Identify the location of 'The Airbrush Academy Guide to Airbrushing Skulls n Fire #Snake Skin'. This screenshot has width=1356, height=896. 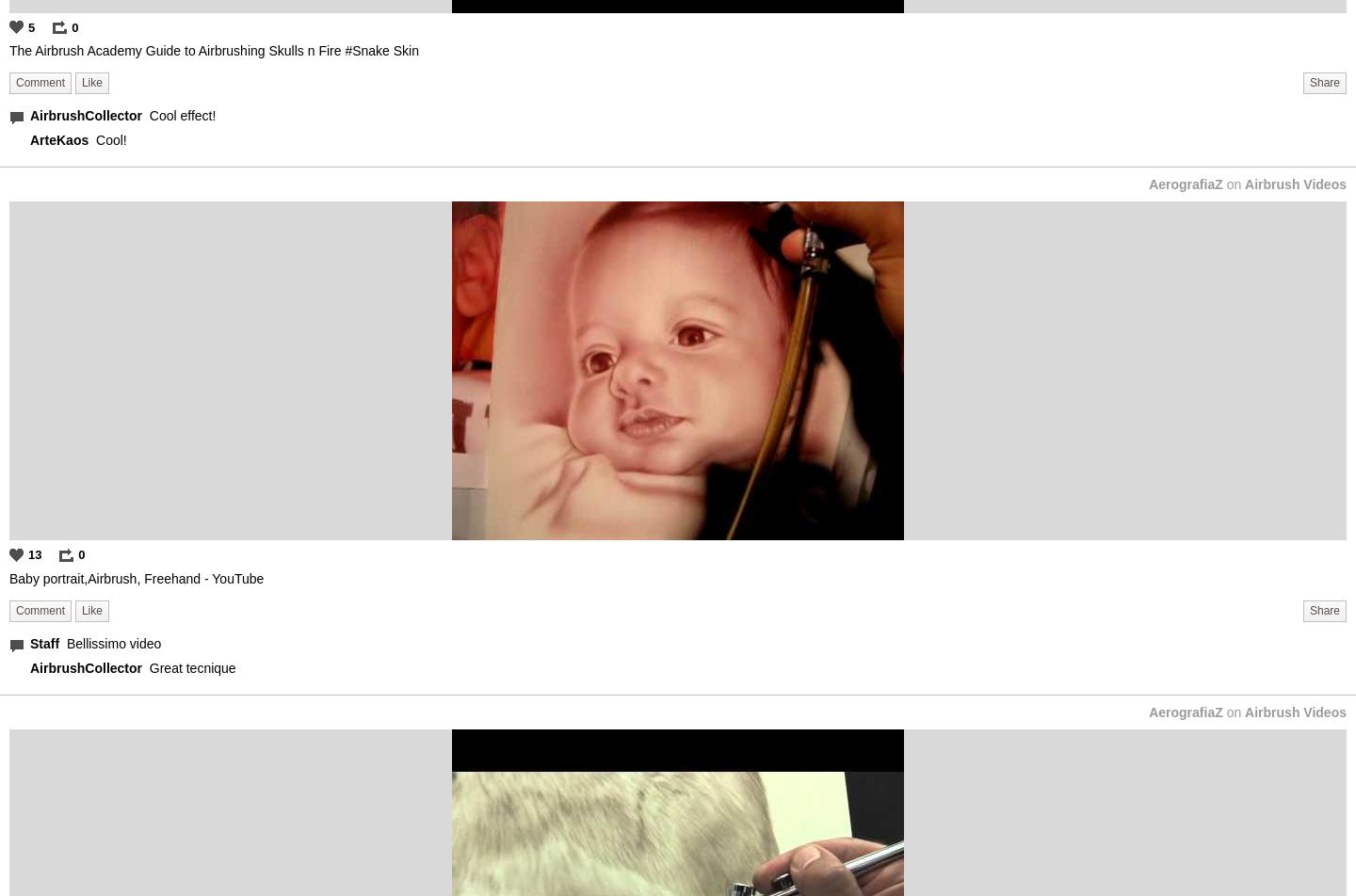
(214, 50).